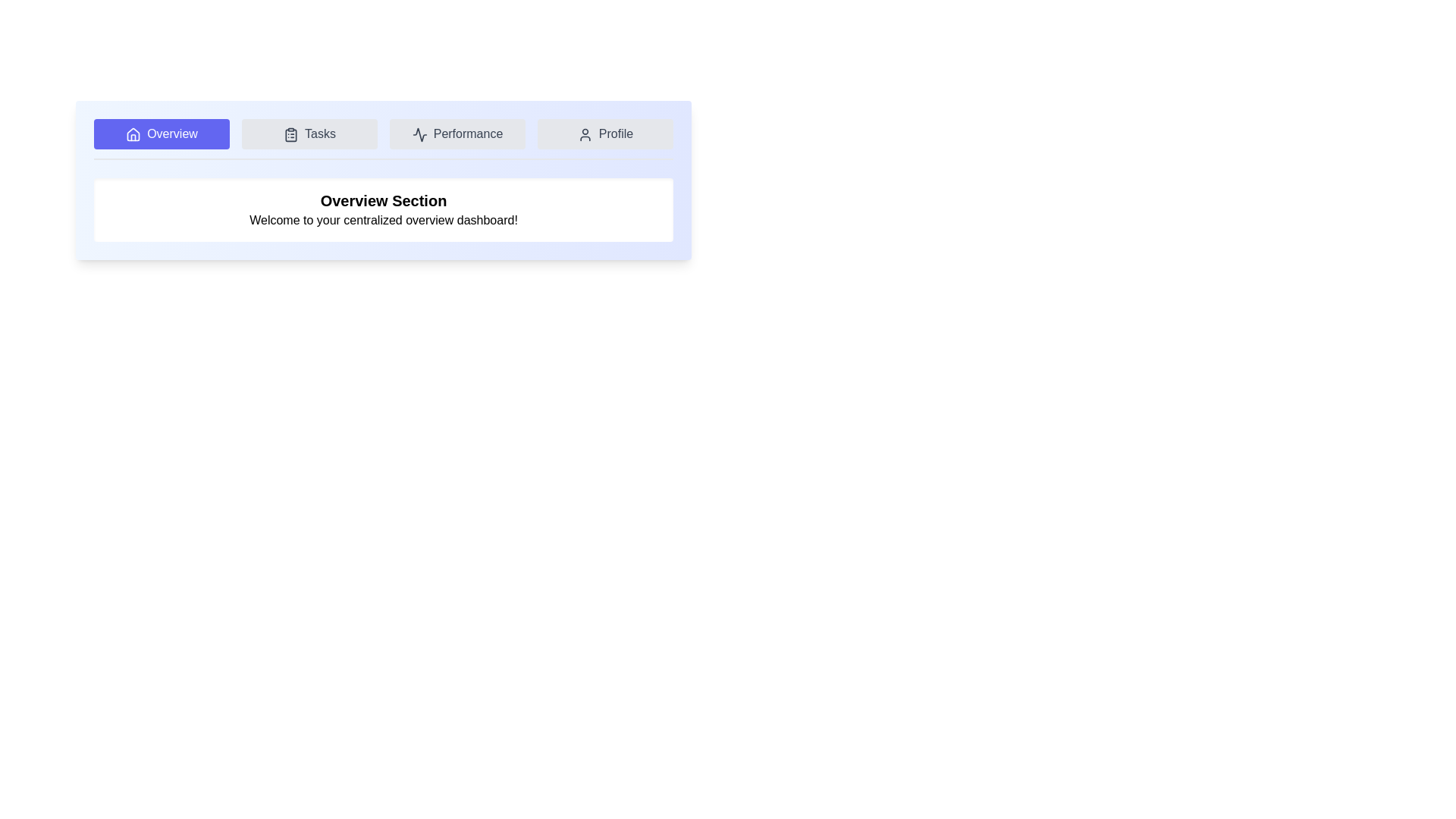 The image size is (1456, 819). What do you see at coordinates (383, 210) in the screenshot?
I see `the Informational Block located below the navigation bar, which provides introductory information about the dashboard` at bounding box center [383, 210].